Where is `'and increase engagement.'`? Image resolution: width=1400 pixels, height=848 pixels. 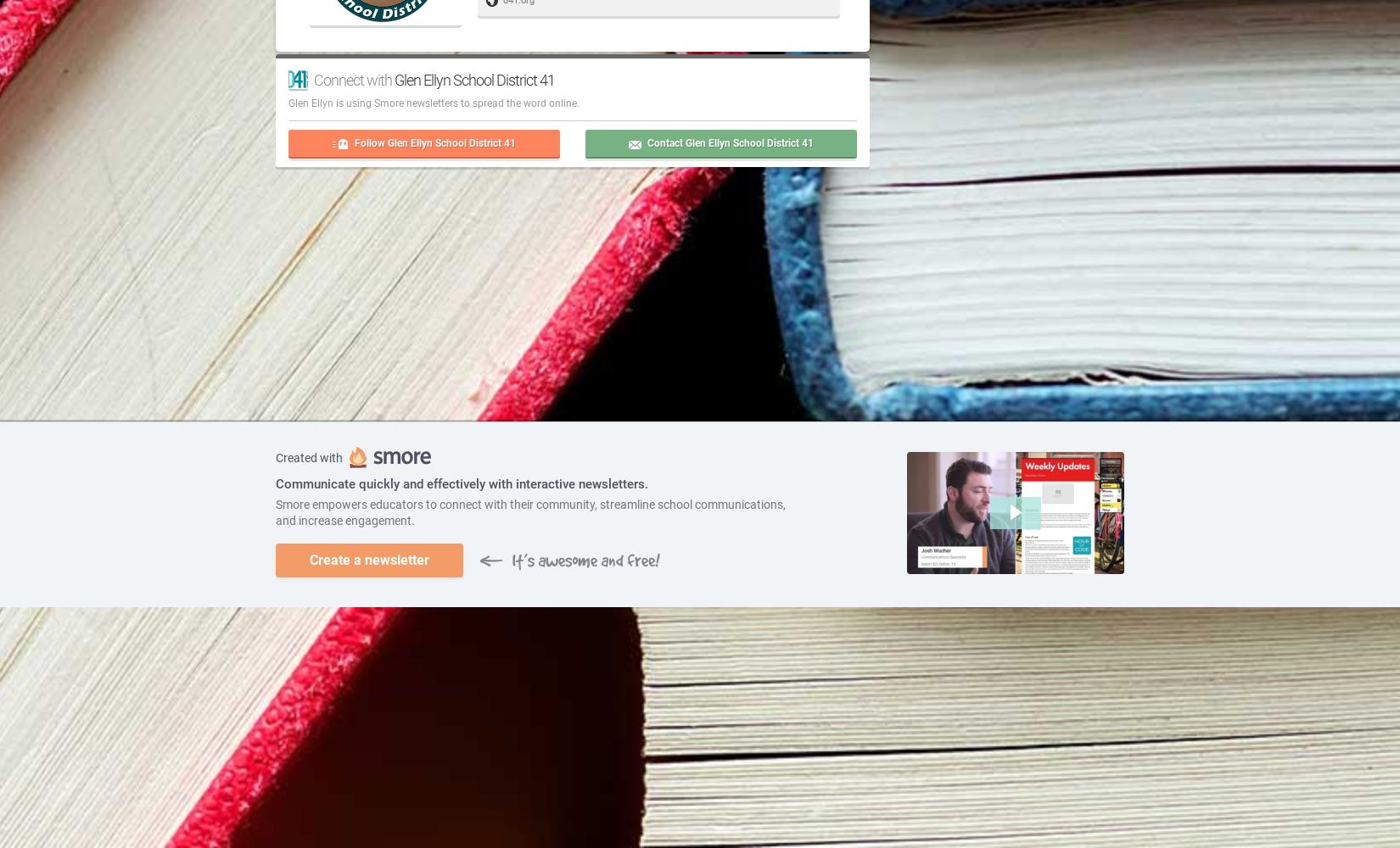
'and increase engagement.' is located at coordinates (345, 520).